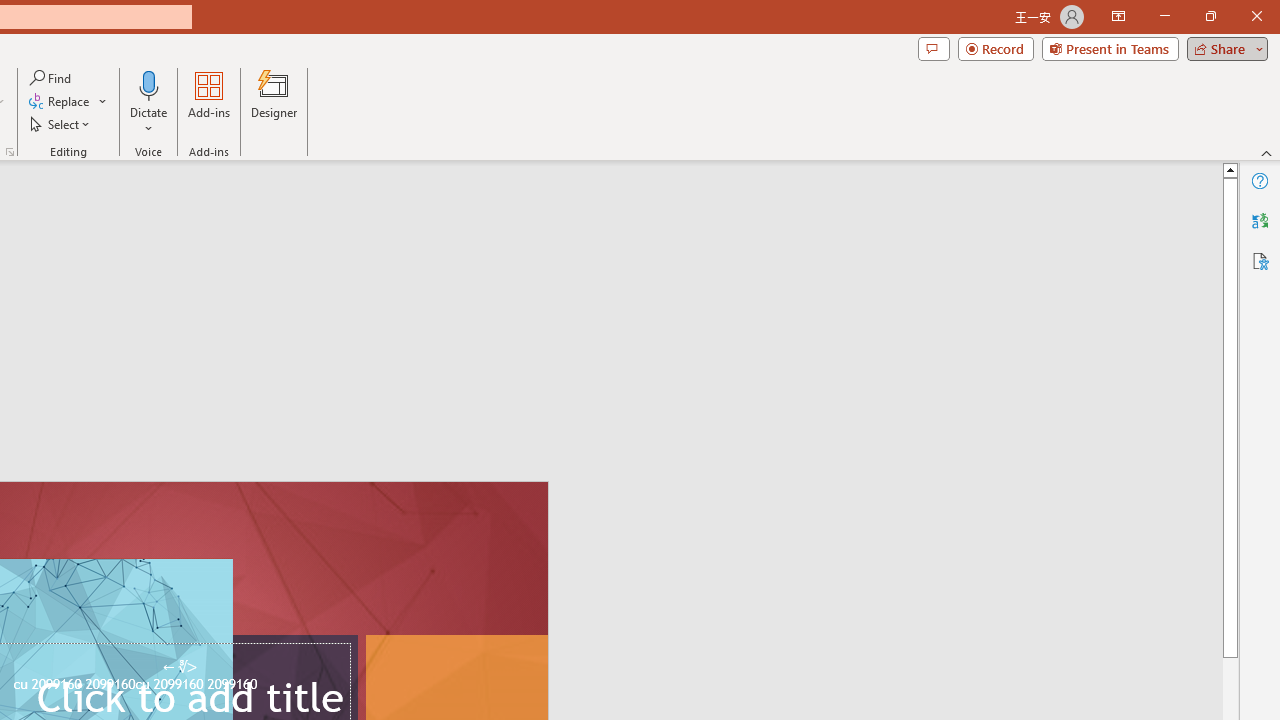  What do you see at coordinates (186, 685) in the screenshot?
I see `'TextBox 61'` at bounding box center [186, 685].